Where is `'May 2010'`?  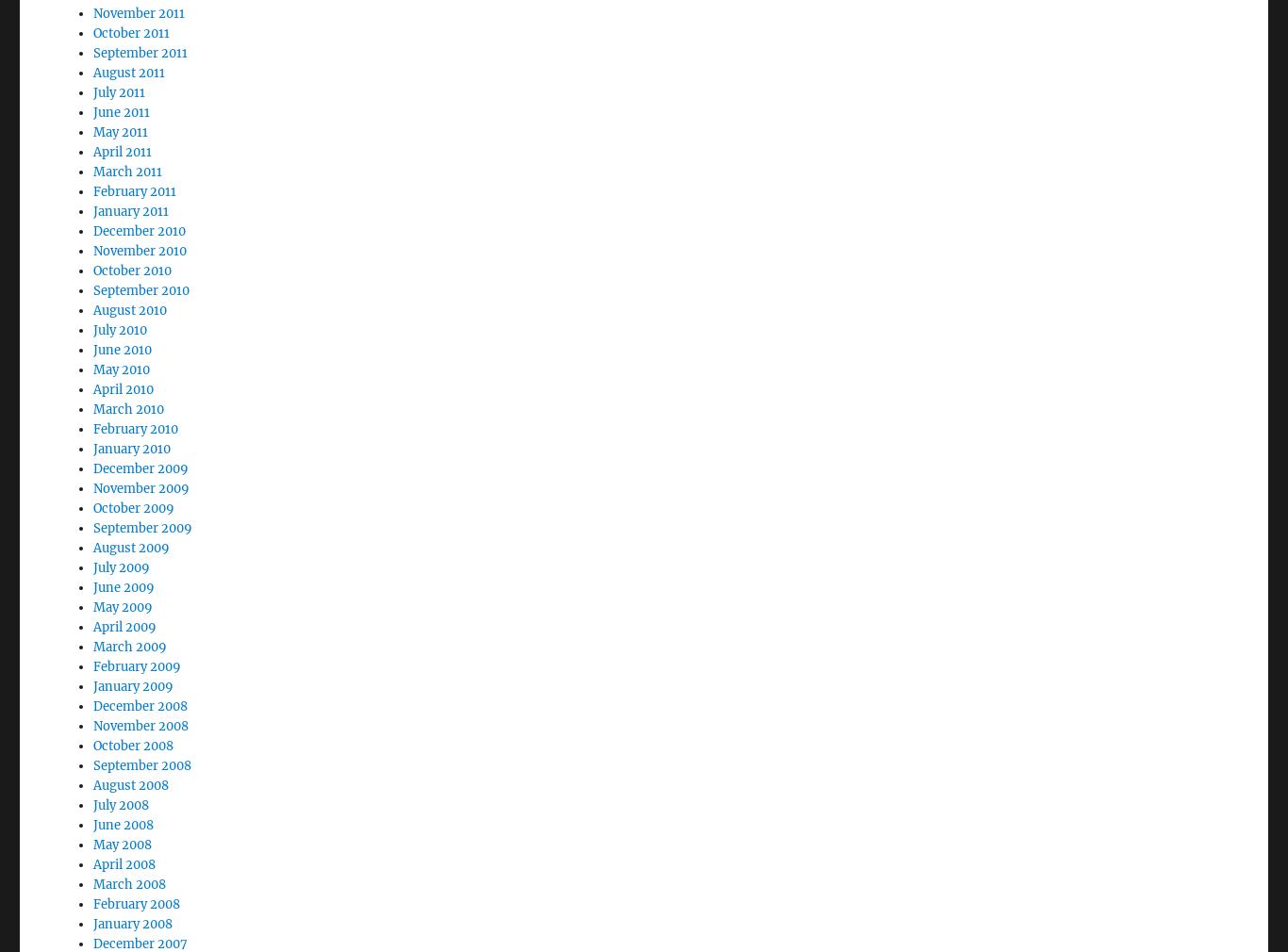
'May 2010' is located at coordinates (120, 318).